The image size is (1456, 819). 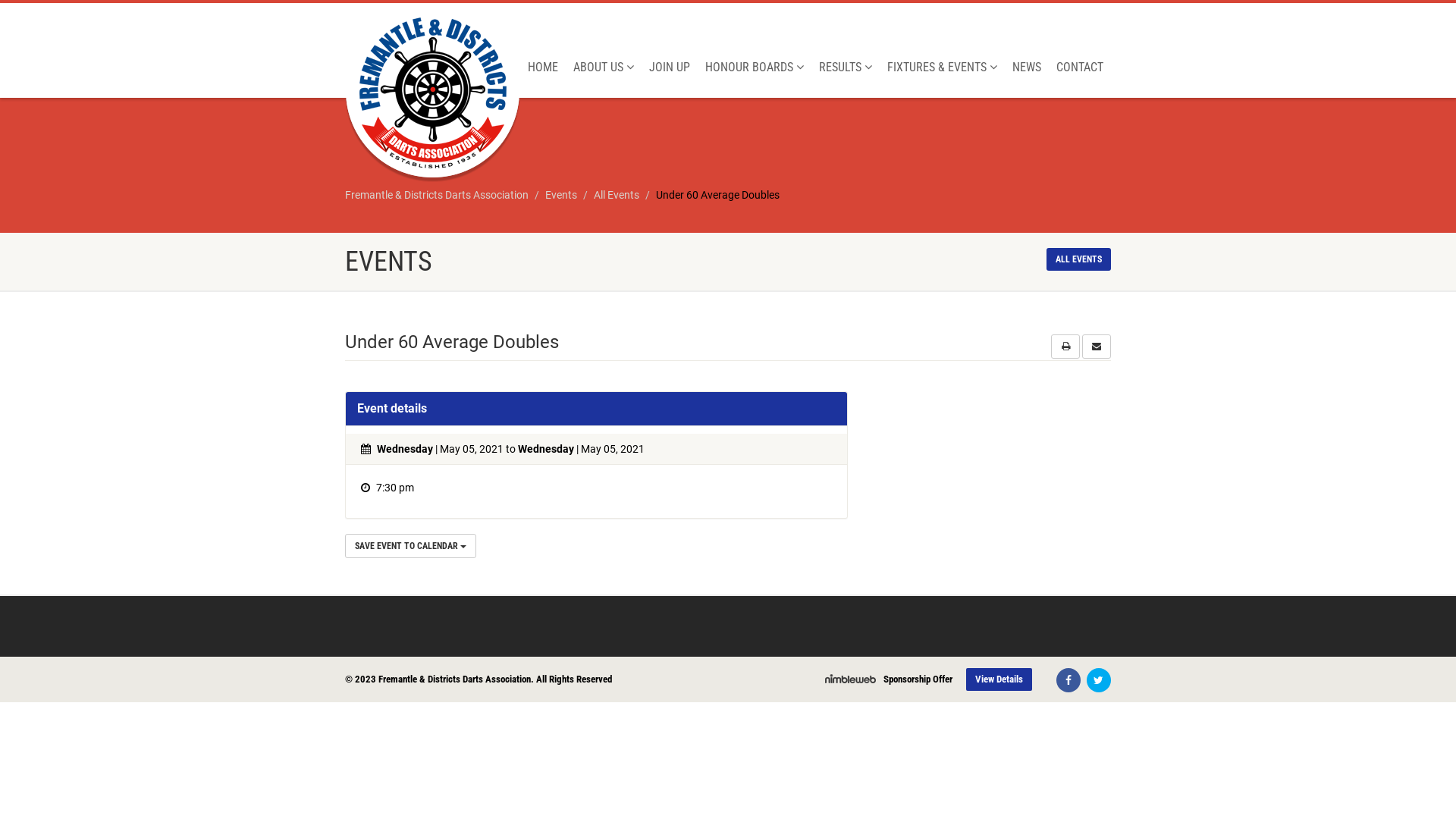 What do you see at coordinates (754, 66) in the screenshot?
I see `'HONOUR BOARDS'` at bounding box center [754, 66].